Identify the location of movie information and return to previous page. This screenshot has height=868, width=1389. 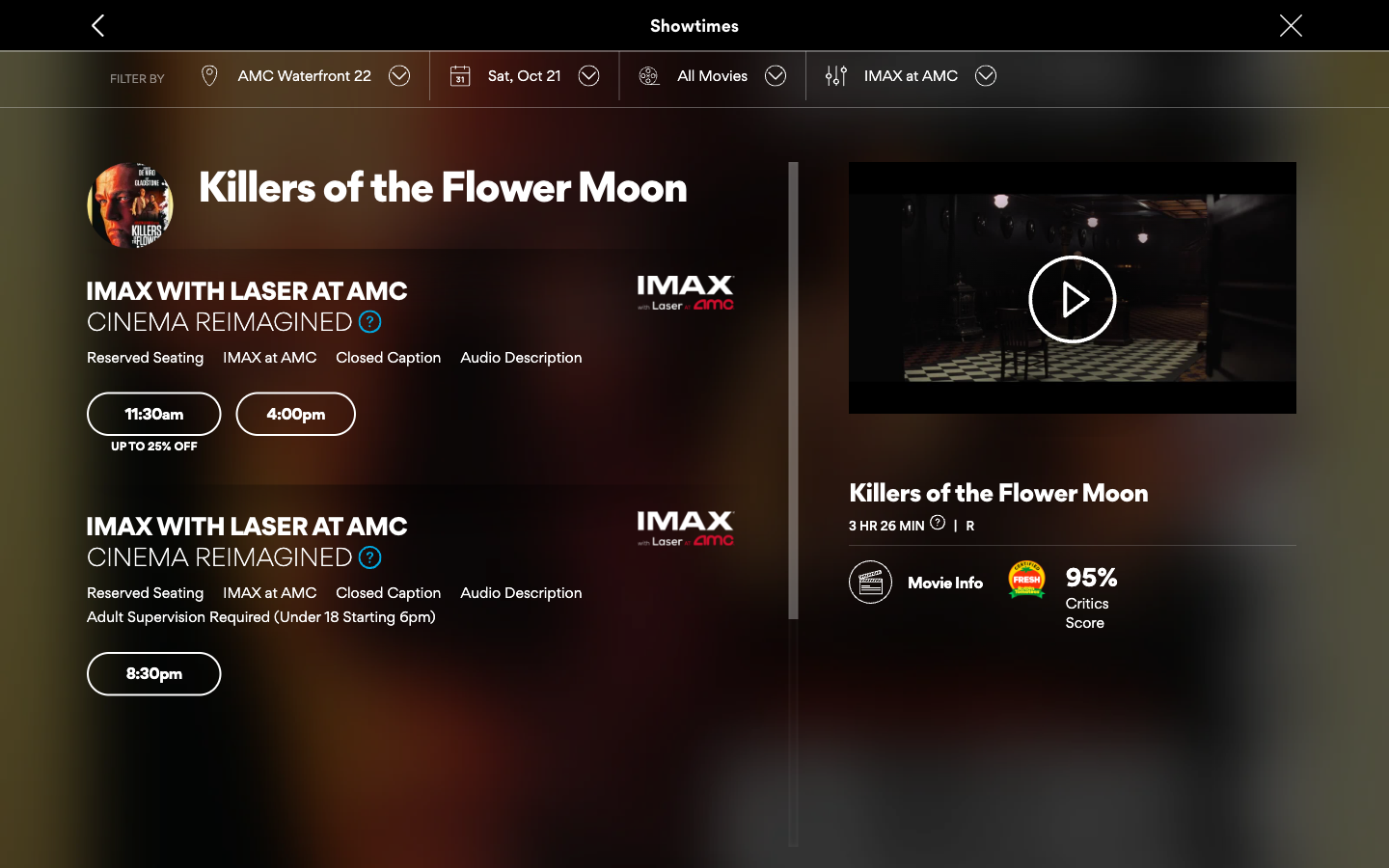
(915, 576).